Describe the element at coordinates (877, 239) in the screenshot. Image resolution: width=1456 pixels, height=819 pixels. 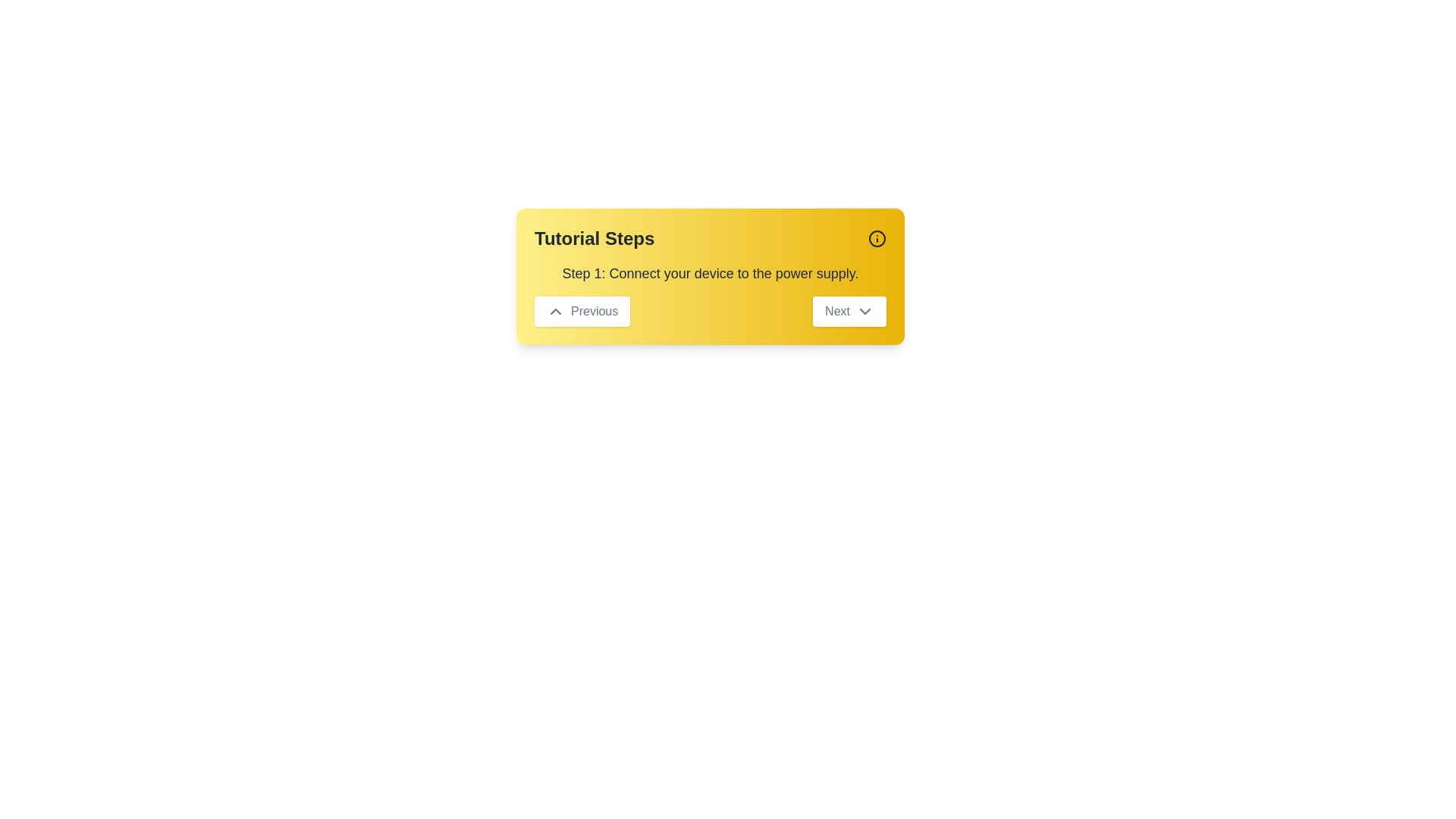
I see `the 'Info' icon to display additional details` at that location.